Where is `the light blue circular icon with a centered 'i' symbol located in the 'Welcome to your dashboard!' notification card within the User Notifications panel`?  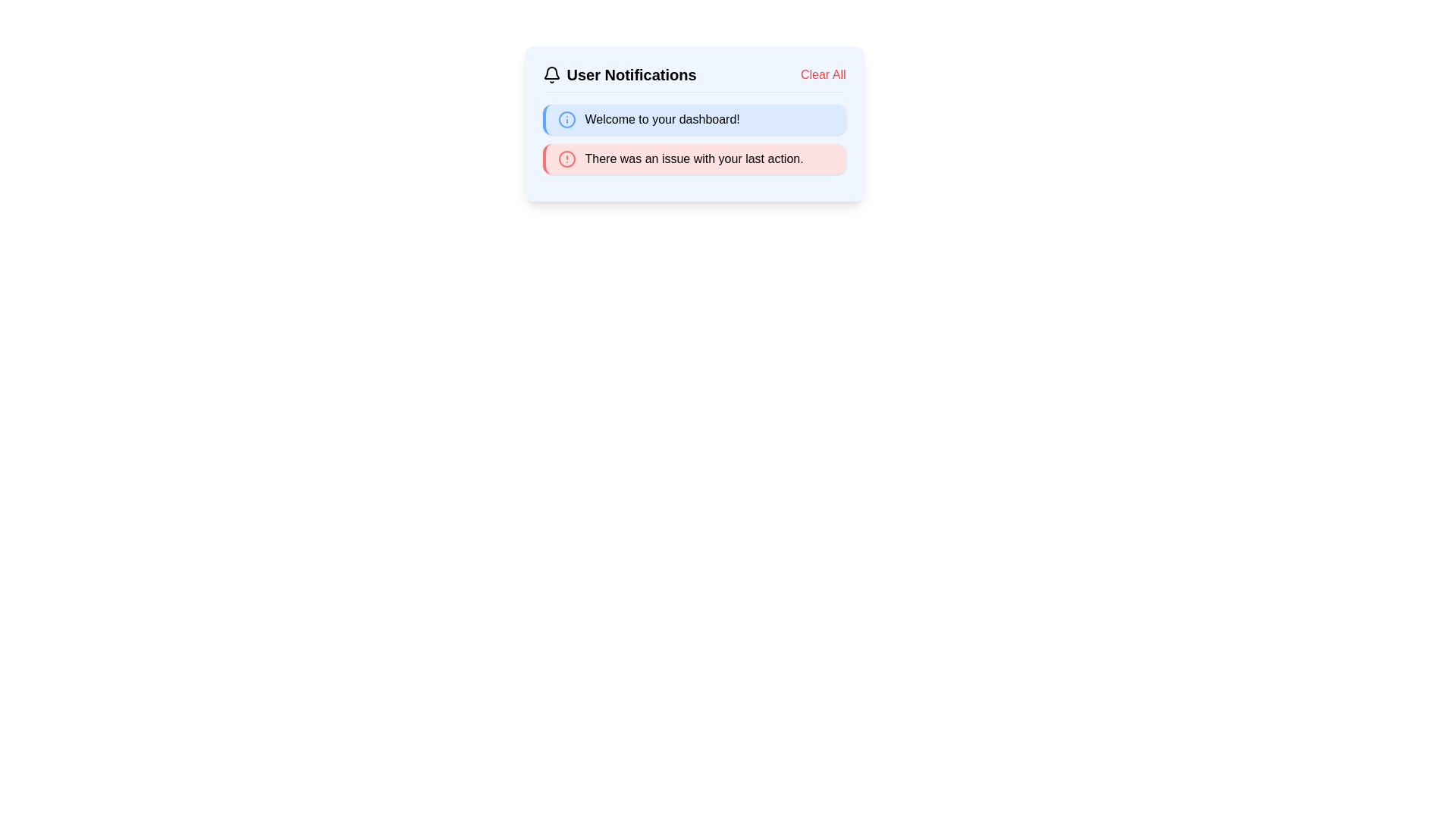 the light blue circular icon with a centered 'i' symbol located in the 'Welcome to your dashboard!' notification card within the User Notifications panel is located at coordinates (566, 119).